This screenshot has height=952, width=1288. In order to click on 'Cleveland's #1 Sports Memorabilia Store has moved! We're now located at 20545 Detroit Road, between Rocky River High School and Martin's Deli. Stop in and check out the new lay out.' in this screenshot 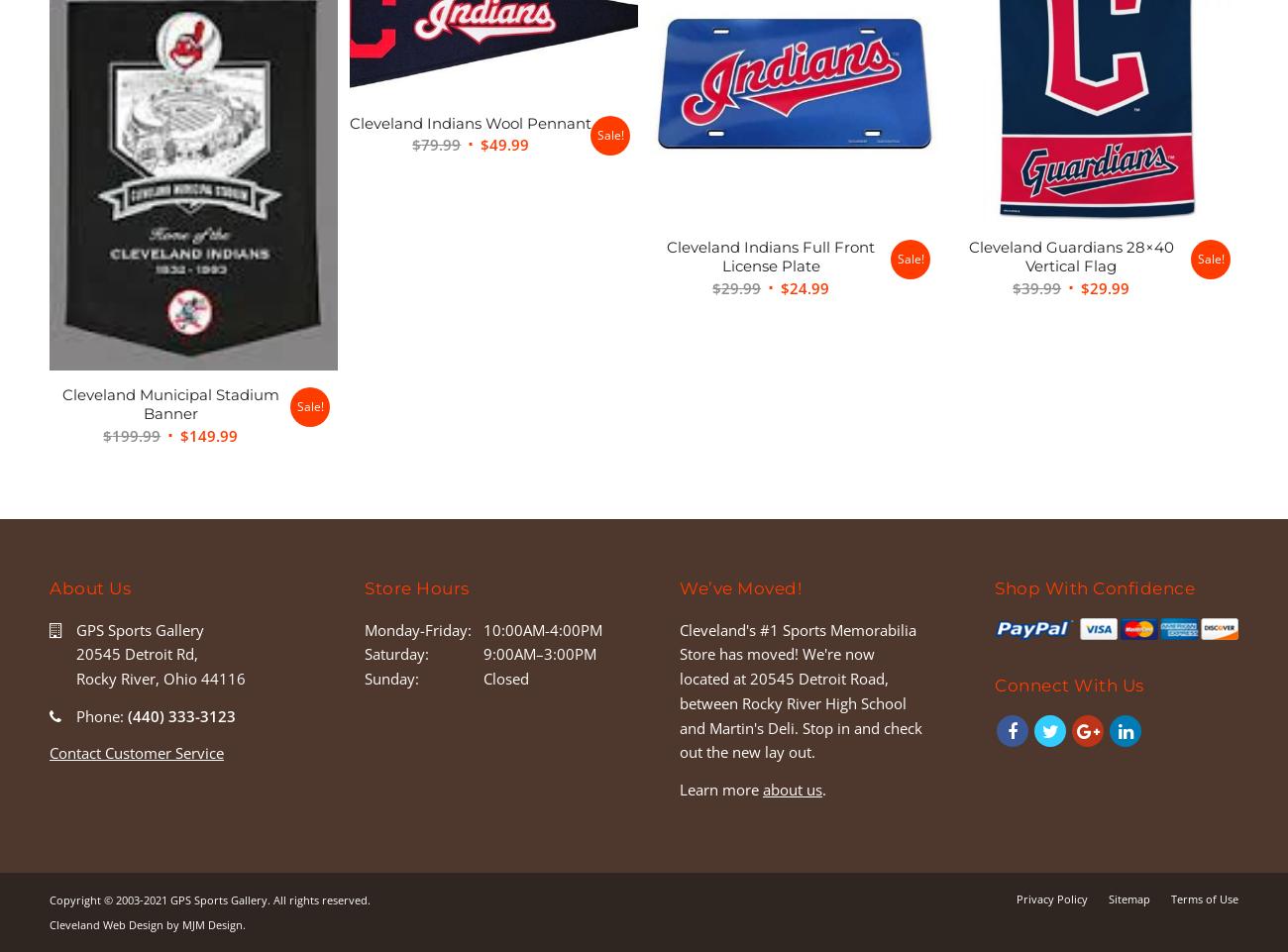, I will do `click(800, 690)`.